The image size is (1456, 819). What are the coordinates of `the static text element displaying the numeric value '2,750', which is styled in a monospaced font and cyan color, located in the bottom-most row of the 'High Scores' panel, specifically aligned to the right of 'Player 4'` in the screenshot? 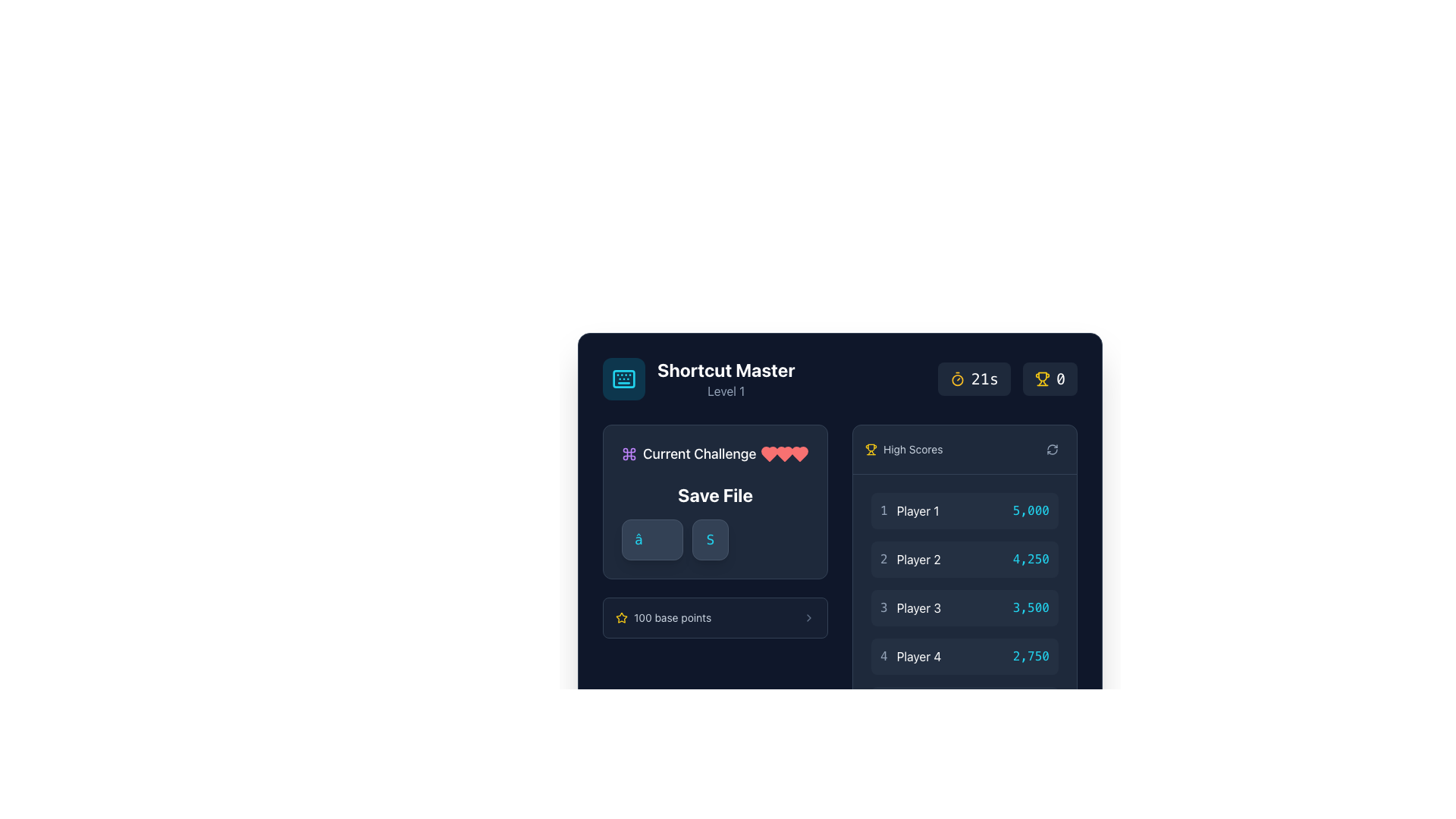 It's located at (1031, 656).